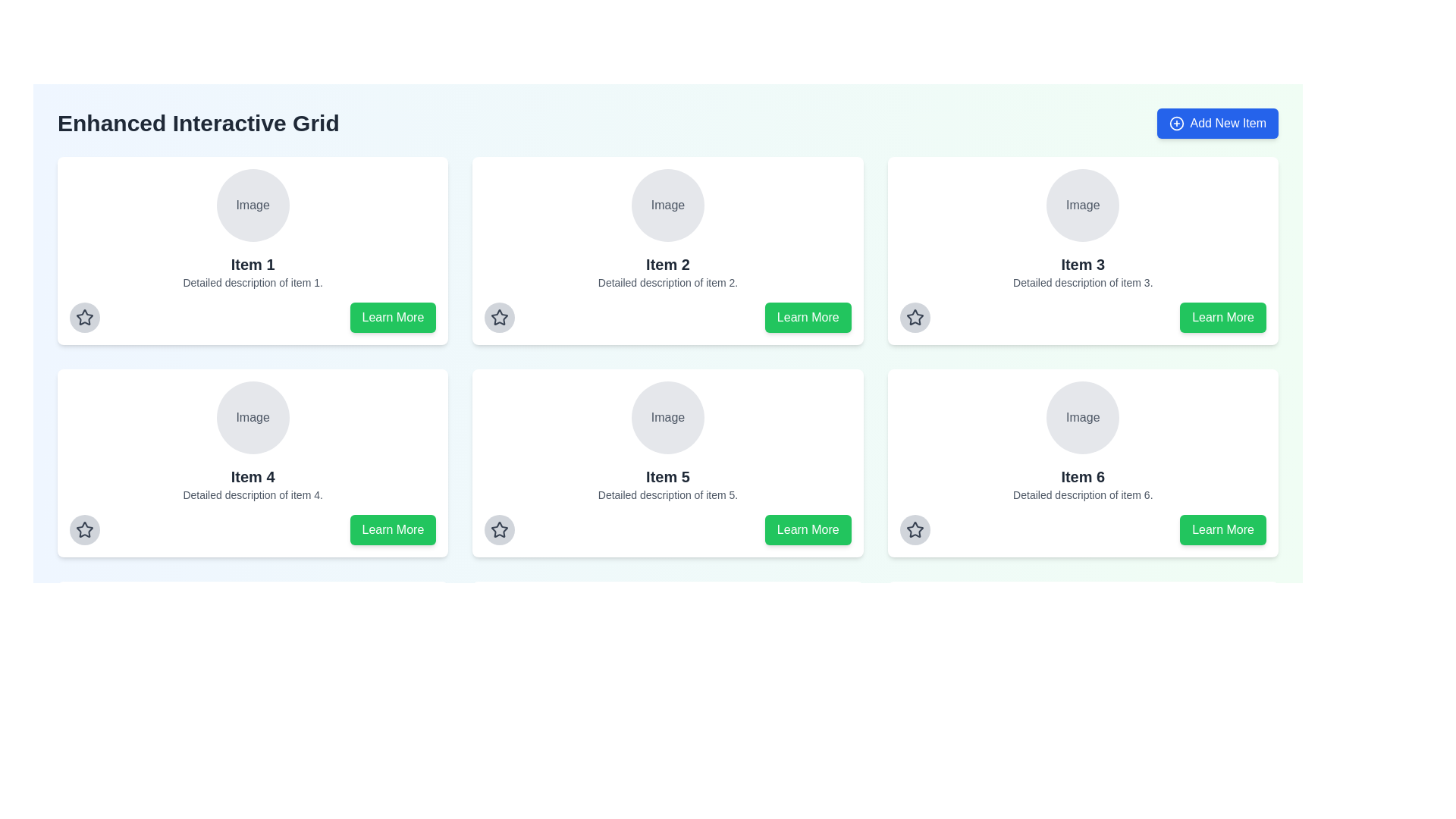 Image resolution: width=1456 pixels, height=819 pixels. Describe the element at coordinates (253, 283) in the screenshot. I see `the text block that reads 'Detailed description of item 1.' located at the bottom of the card for 'Item 1', positioned beneath its header and above the 'Learn More' button` at that location.